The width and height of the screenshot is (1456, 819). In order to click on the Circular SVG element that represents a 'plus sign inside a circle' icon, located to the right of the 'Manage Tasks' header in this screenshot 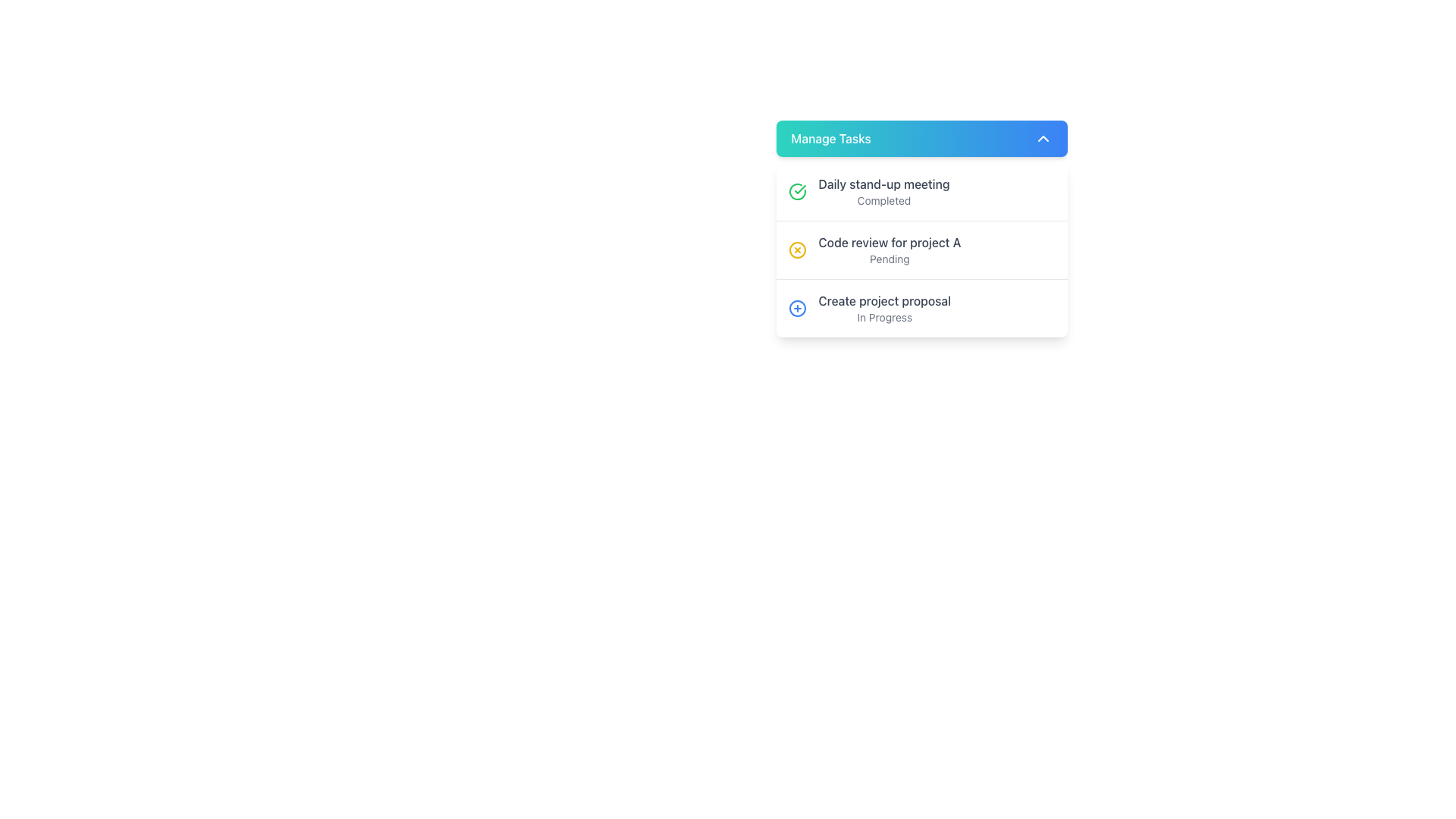, I will do `click(796, 308)`.